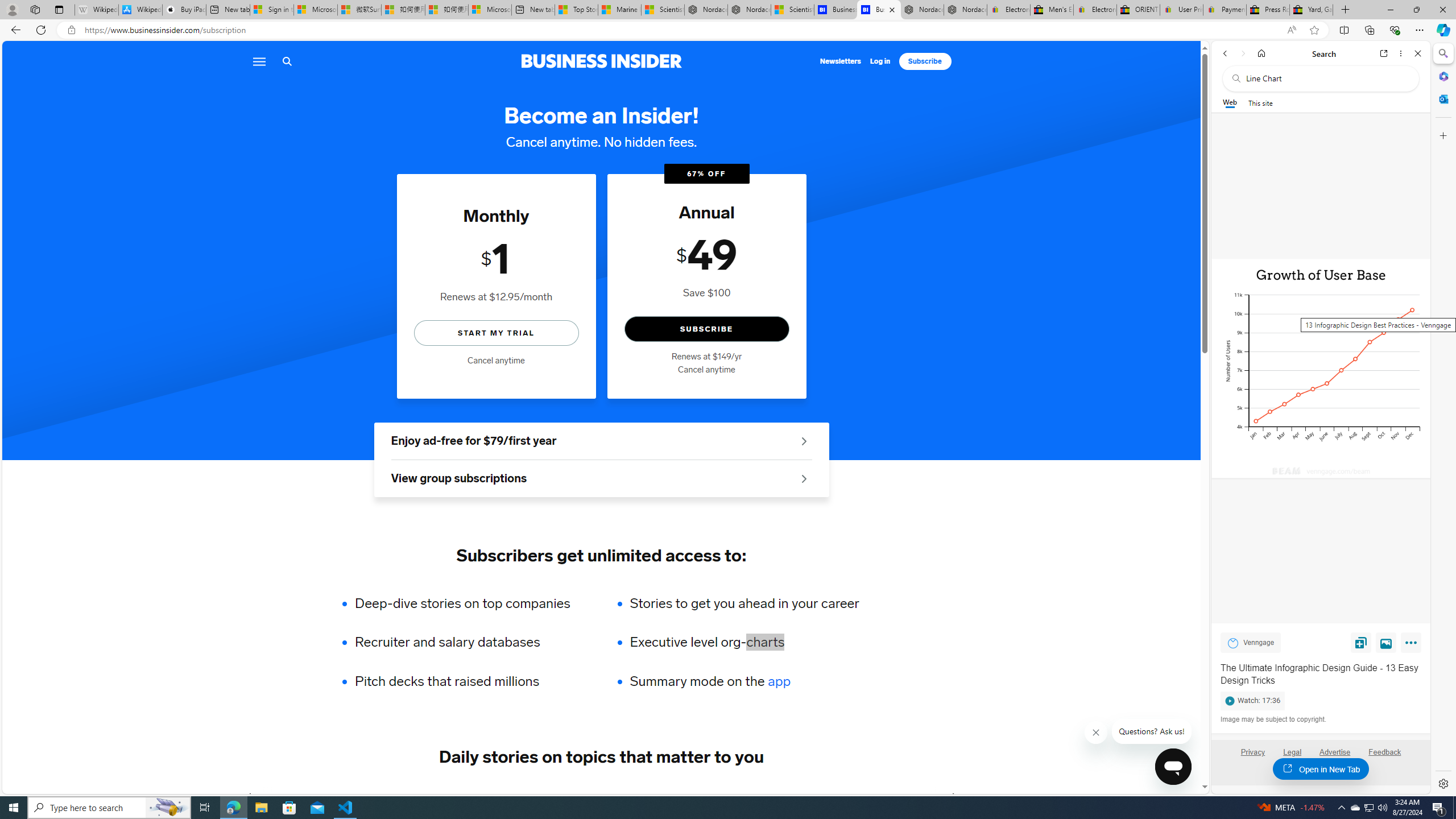  What do you see at coordinates (601, 441) in the screenshot?
I see `'Enjoy ad-free for $79/first year'` at bounding box center [601, 441].